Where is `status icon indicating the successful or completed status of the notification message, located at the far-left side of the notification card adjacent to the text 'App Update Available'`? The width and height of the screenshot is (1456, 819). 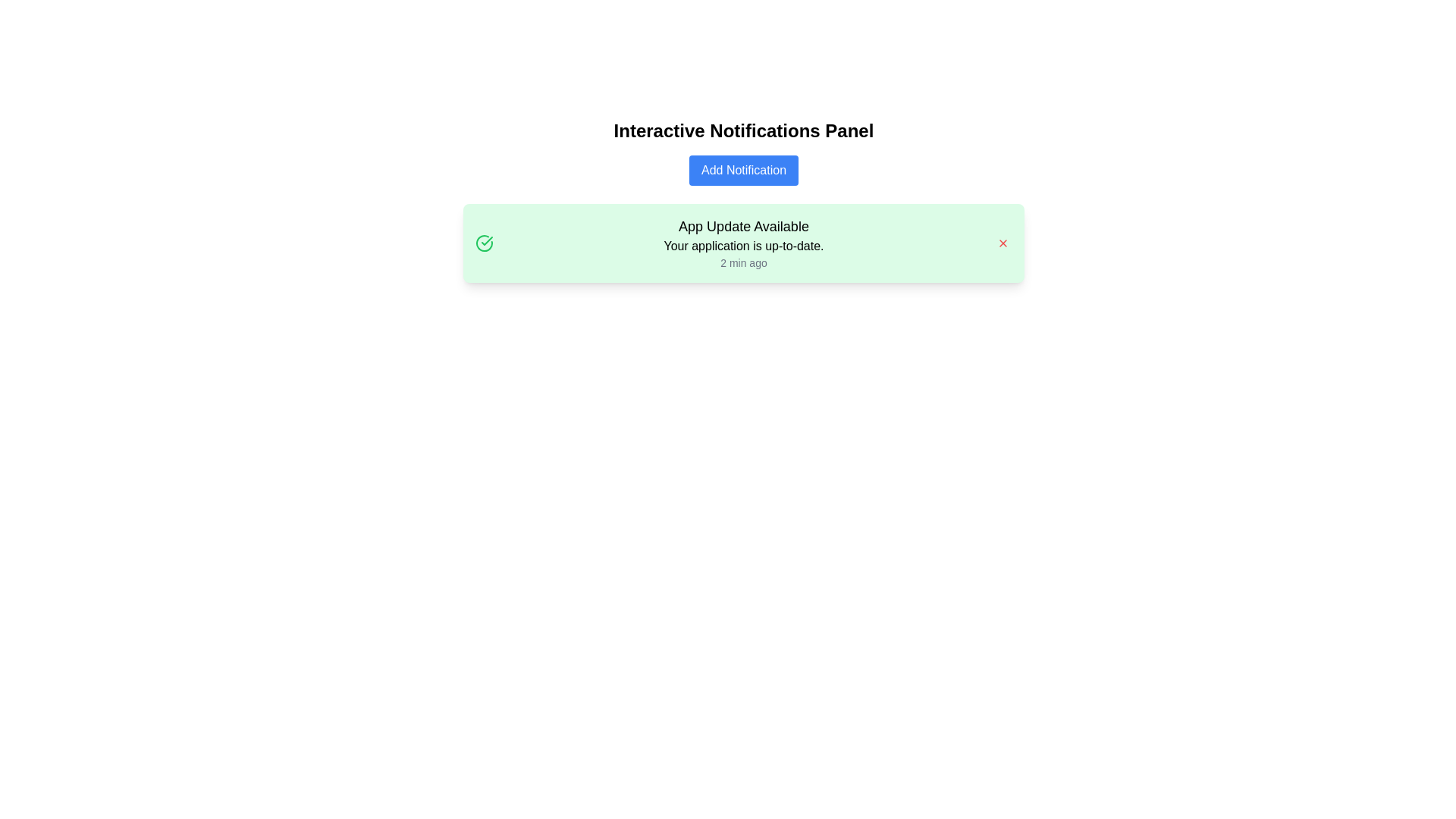
status icon indicating the successful or completed status of the notification message, located at the far-left side of the notification card adjacent to the text 'App Update Available' is located at coordinates (483, 242).